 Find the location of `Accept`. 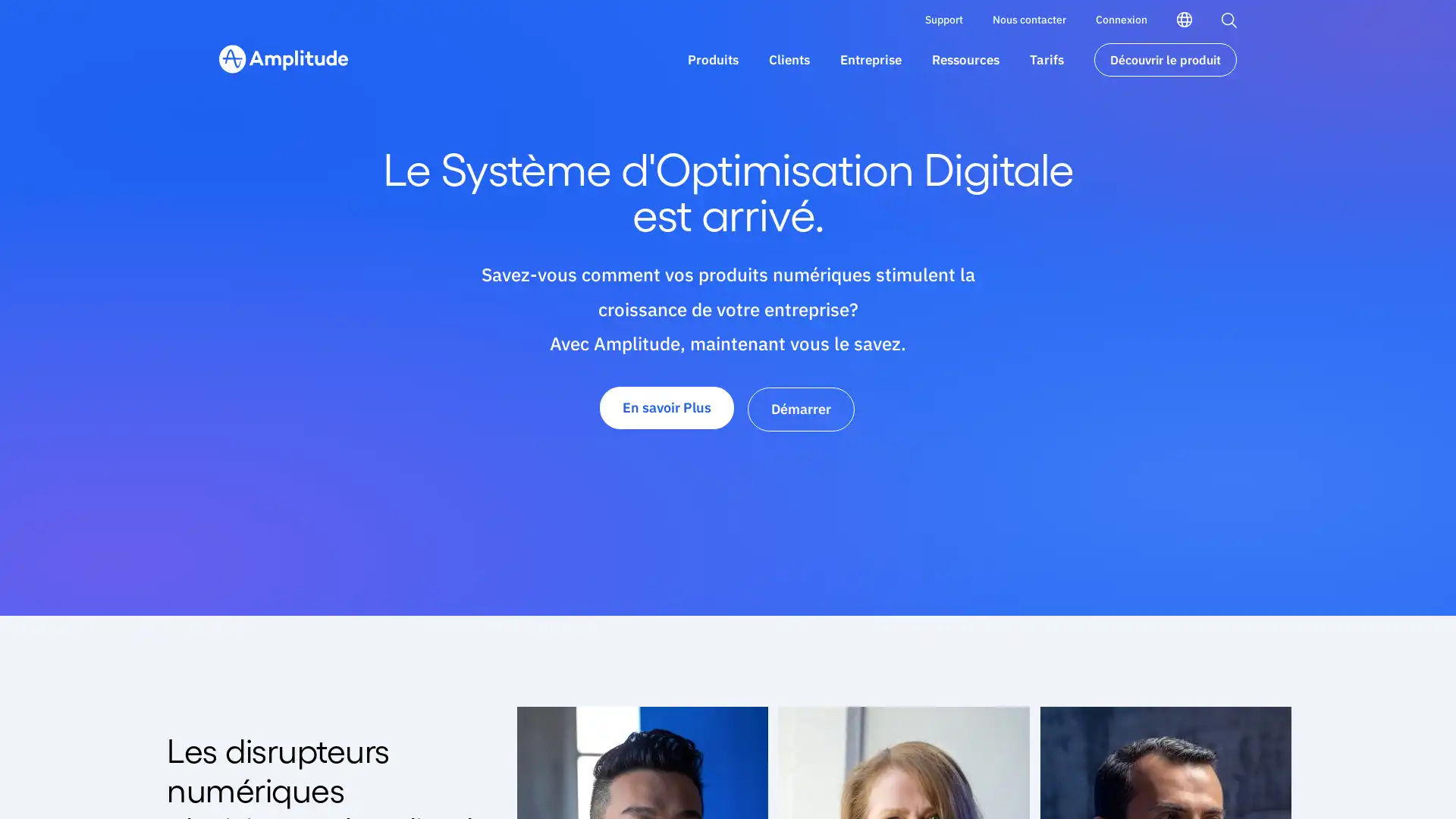

Accept is located at coordinates (1027, 771).